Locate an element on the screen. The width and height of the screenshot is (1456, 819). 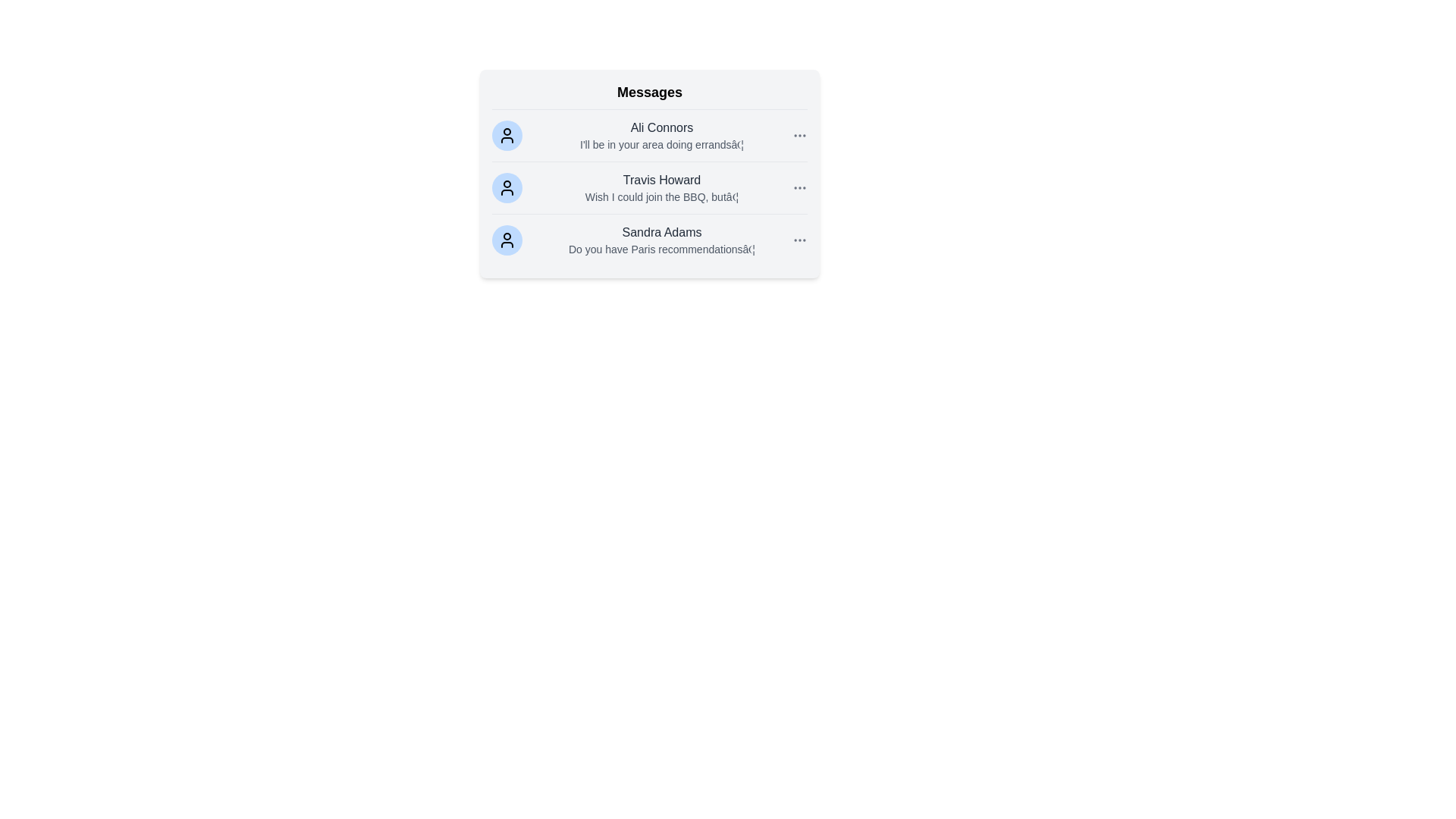
the Message Preview containing the text from 'Travis Howard' is located at coordinates (662, 187).